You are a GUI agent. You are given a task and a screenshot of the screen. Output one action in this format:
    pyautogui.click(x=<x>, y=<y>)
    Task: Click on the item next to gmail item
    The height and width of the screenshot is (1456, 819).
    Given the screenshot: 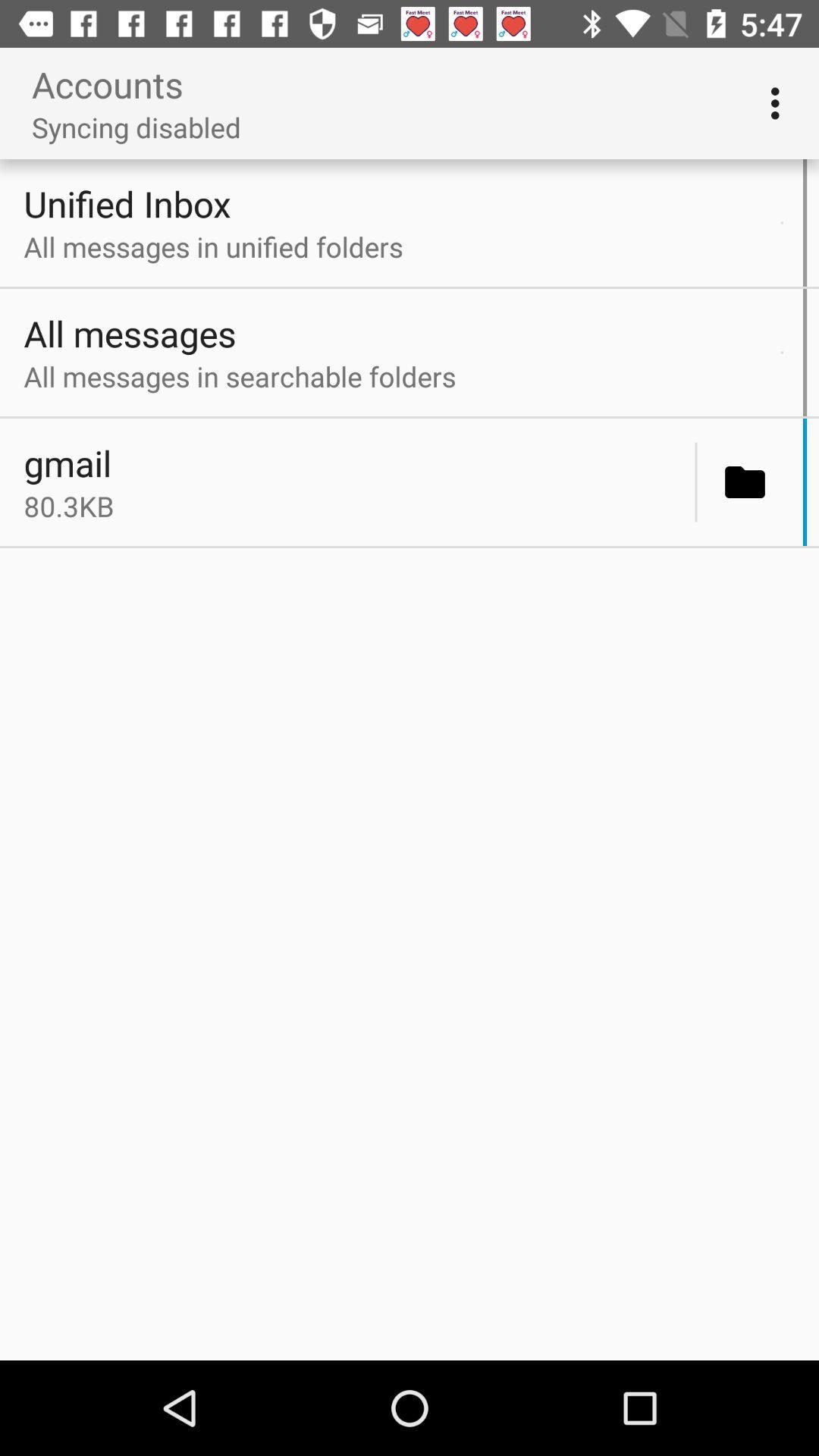 What is the action you would take?
    pyautogui.click(x=696, y=482)
    